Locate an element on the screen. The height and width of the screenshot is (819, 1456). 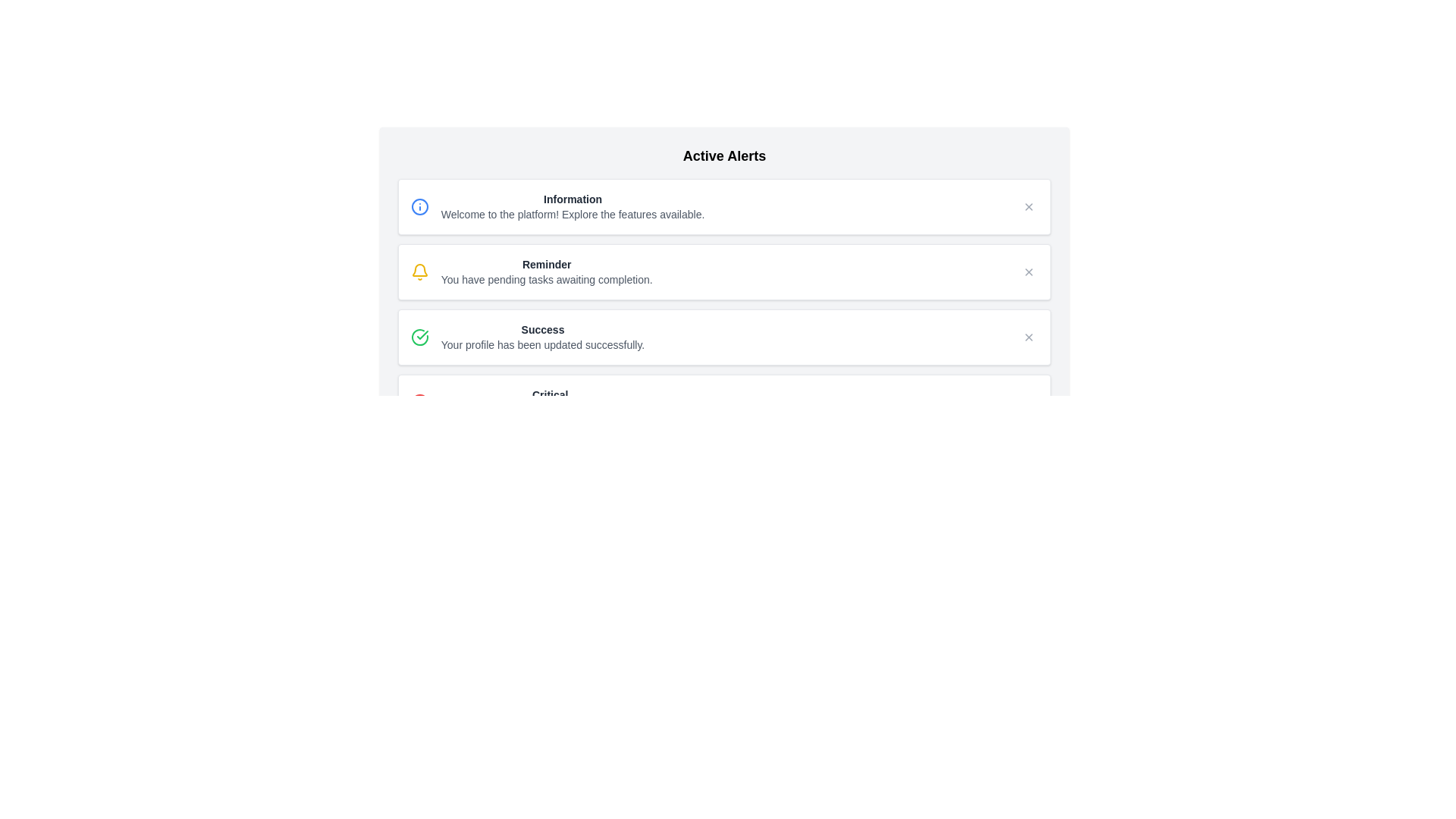
the close button ('X') icon located on the right side of the alert box that indicates 'Success: Your profile has been updated successfully.' is located at coordinates (1029, 336).